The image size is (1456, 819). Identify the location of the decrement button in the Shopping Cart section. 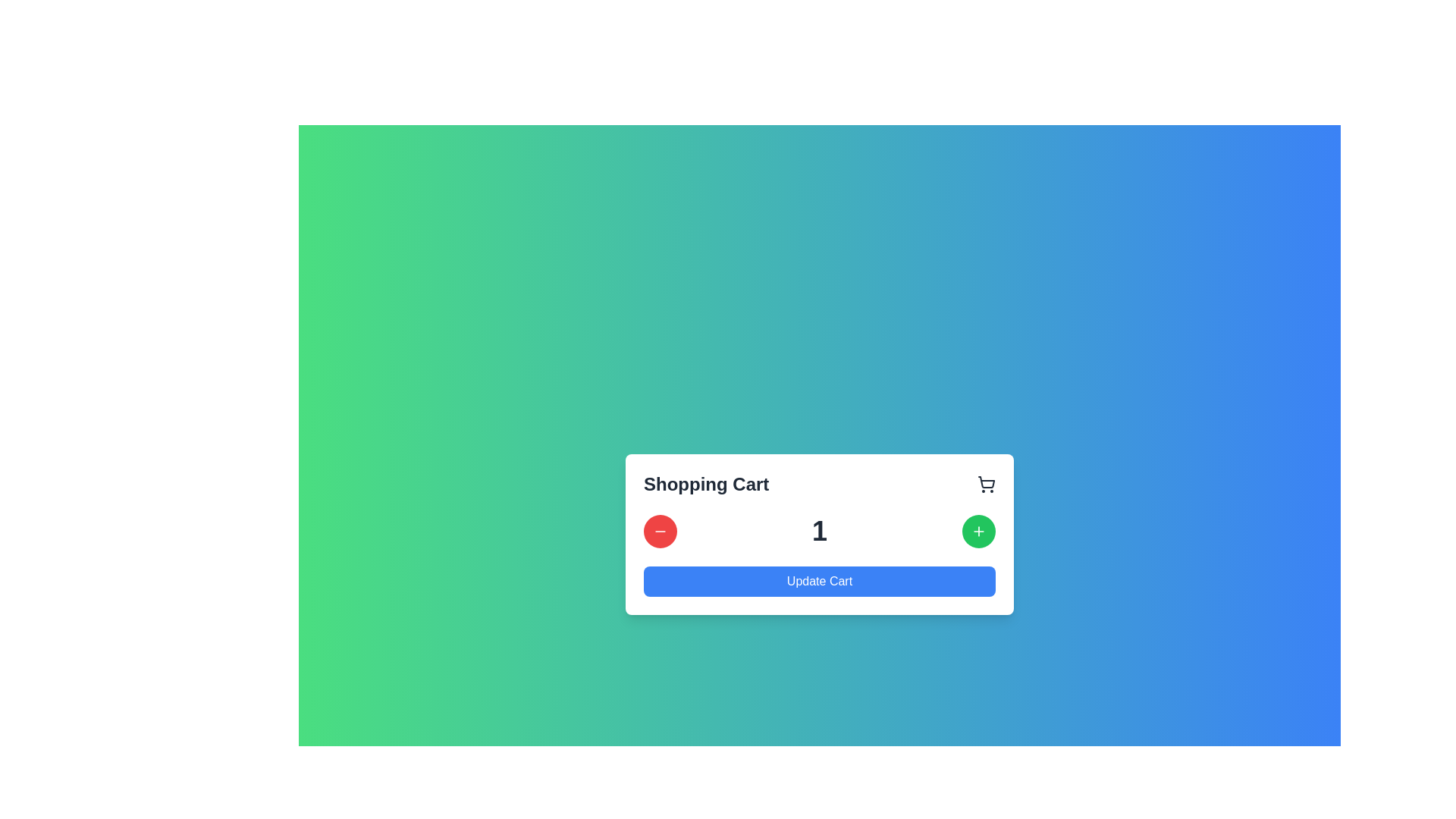
(660, 531).